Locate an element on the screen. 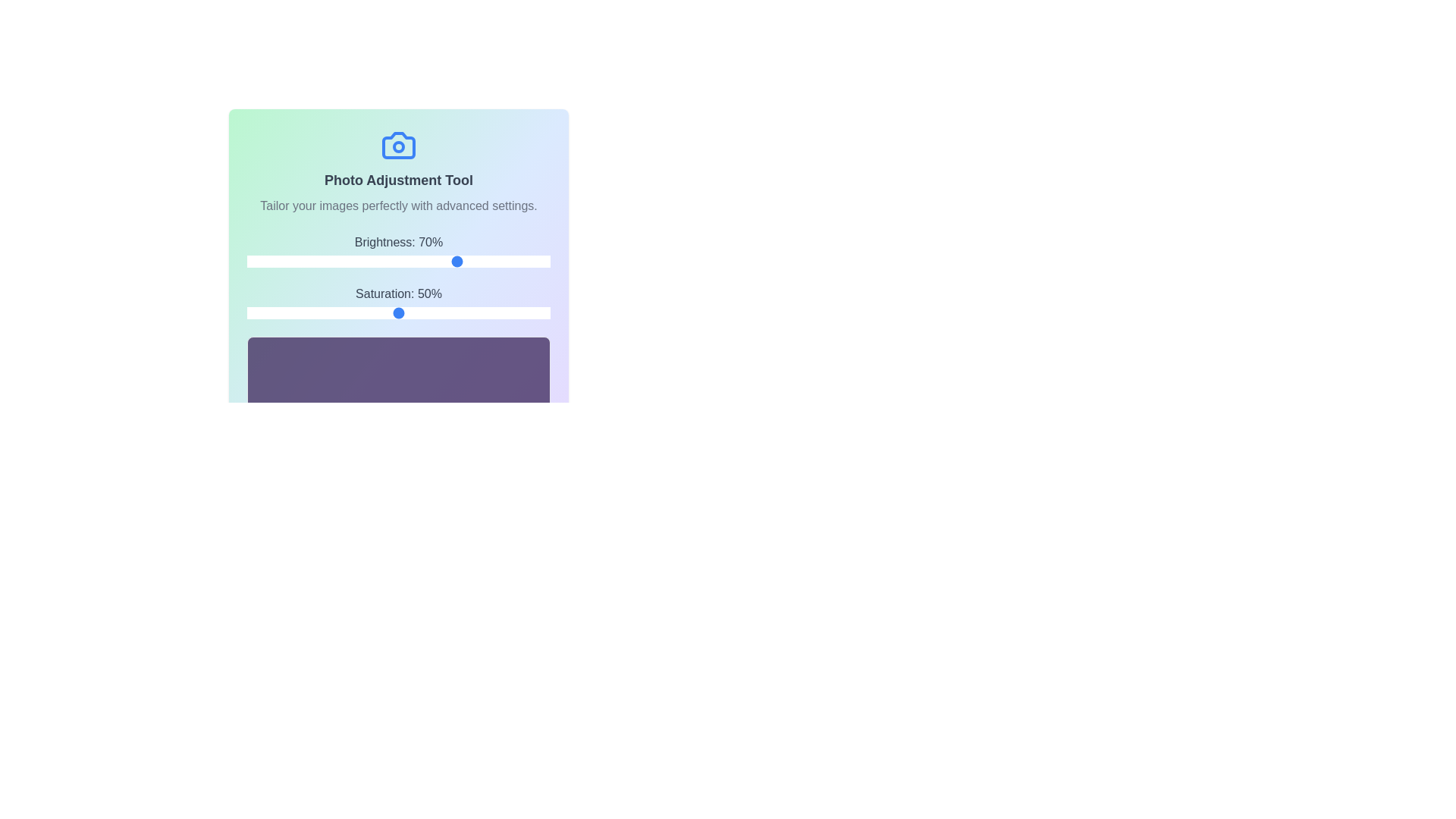 This screenshot has width=1456, height=819. the saturation slider to set the saturation to 99% is located at coordinates (546, 312).